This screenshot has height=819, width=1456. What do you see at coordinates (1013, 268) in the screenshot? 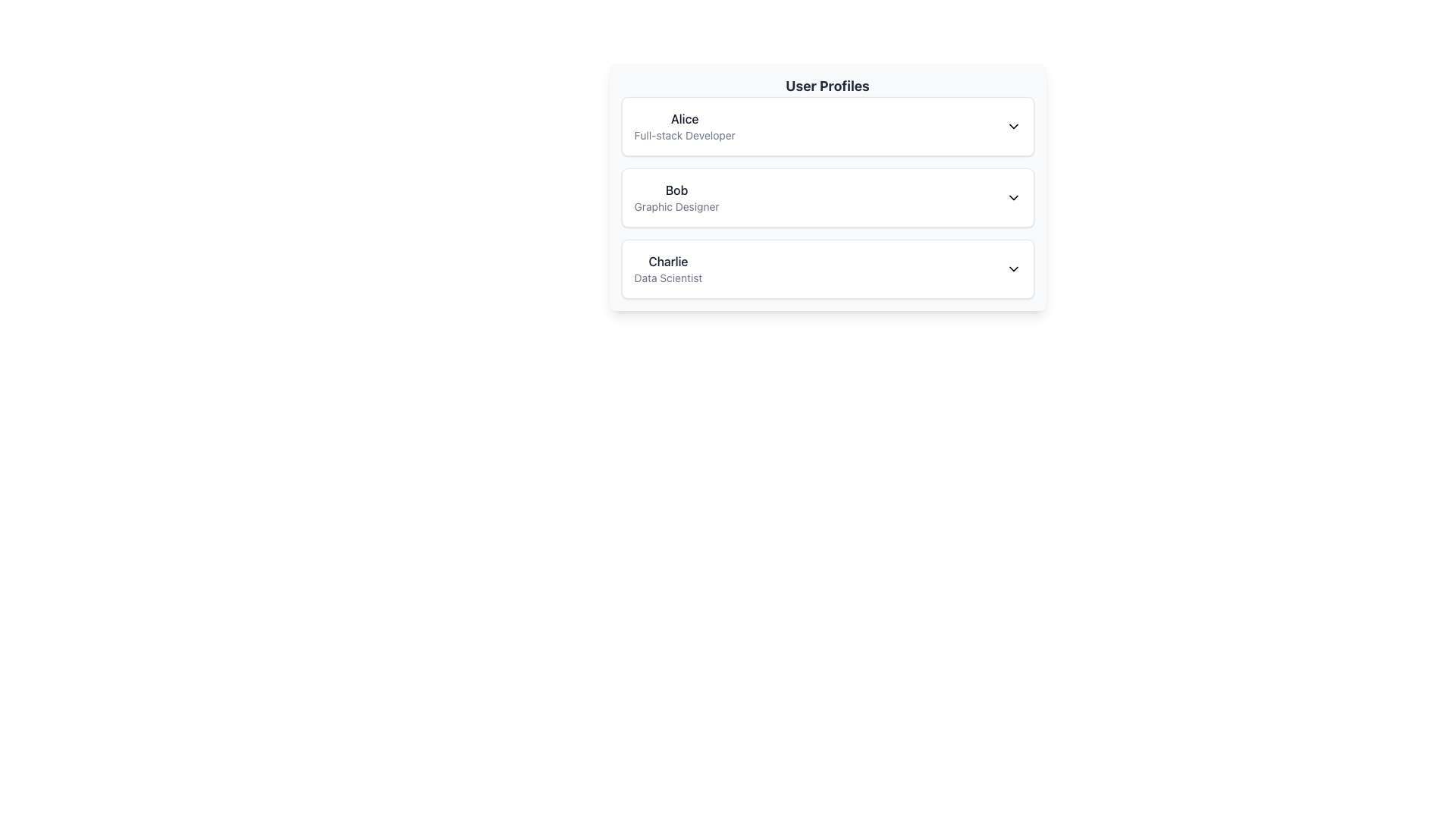
I see `the downward chevron arrow icon in the User Profiles list, specifically in the row labeled 'Charlie - Data Scientist'` at bounding box center [1013, 268].